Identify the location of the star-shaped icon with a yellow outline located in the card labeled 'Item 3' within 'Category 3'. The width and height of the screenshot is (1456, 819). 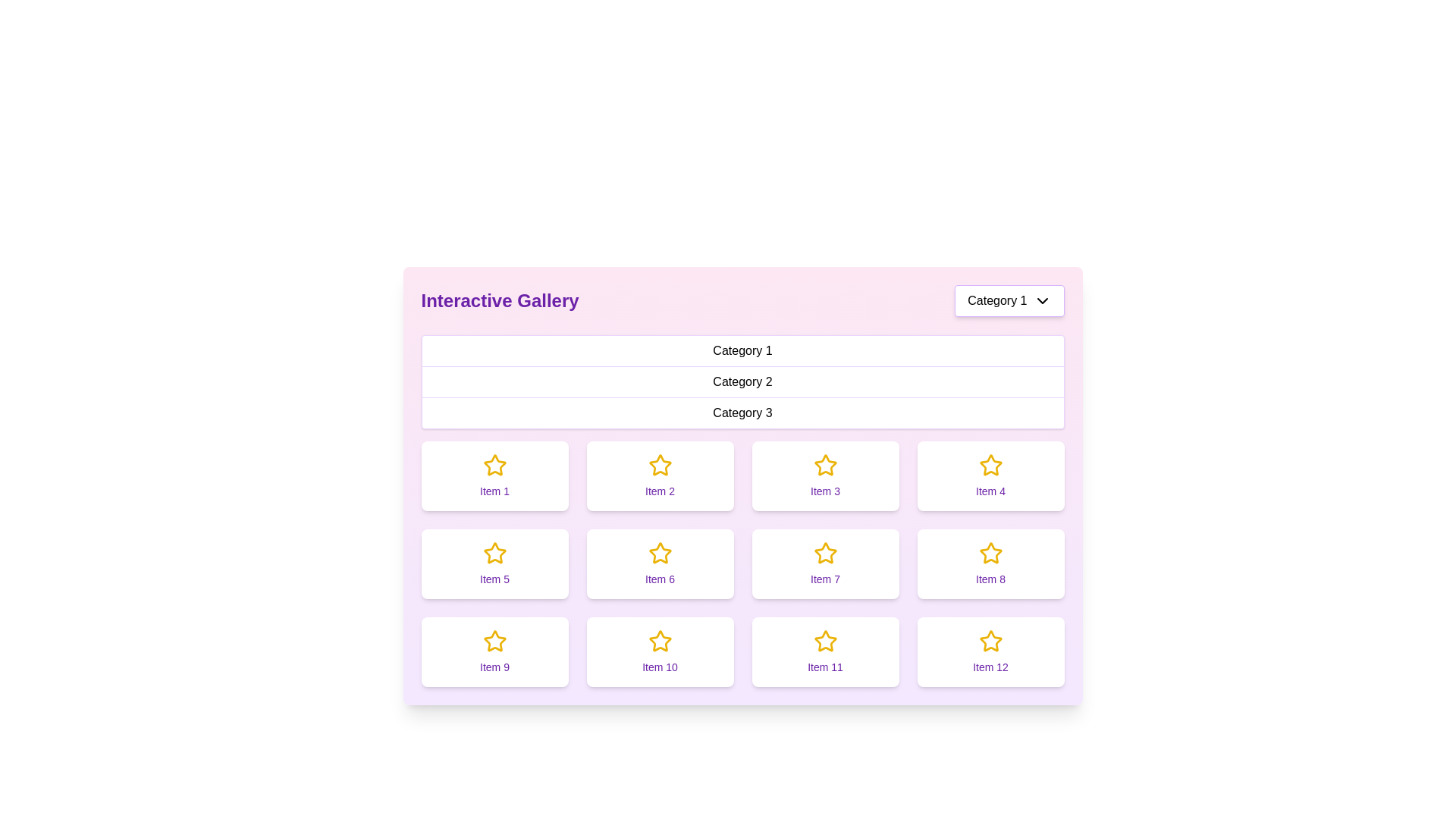
(824, 464).